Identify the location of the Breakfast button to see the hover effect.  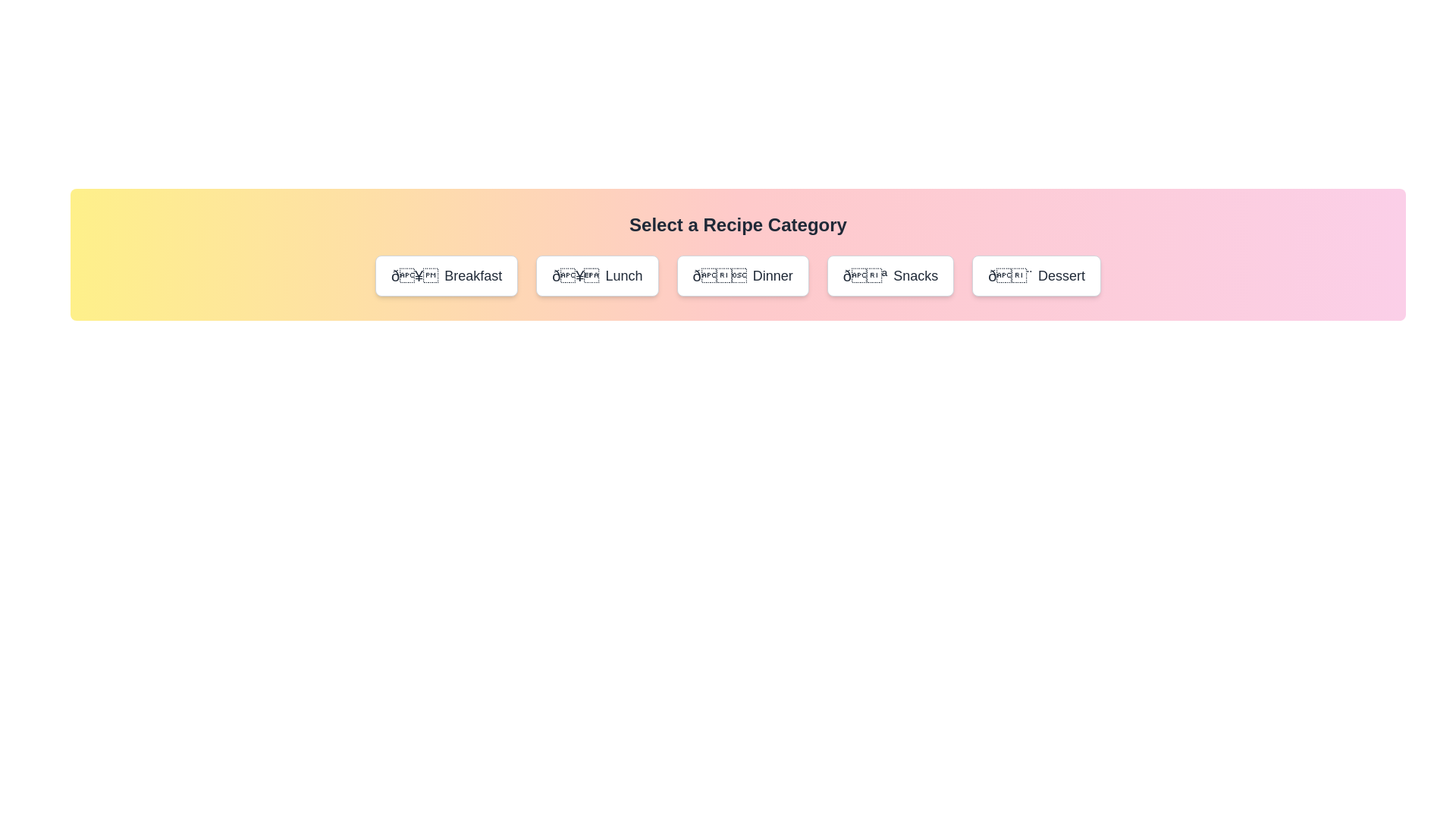
(446, 275).